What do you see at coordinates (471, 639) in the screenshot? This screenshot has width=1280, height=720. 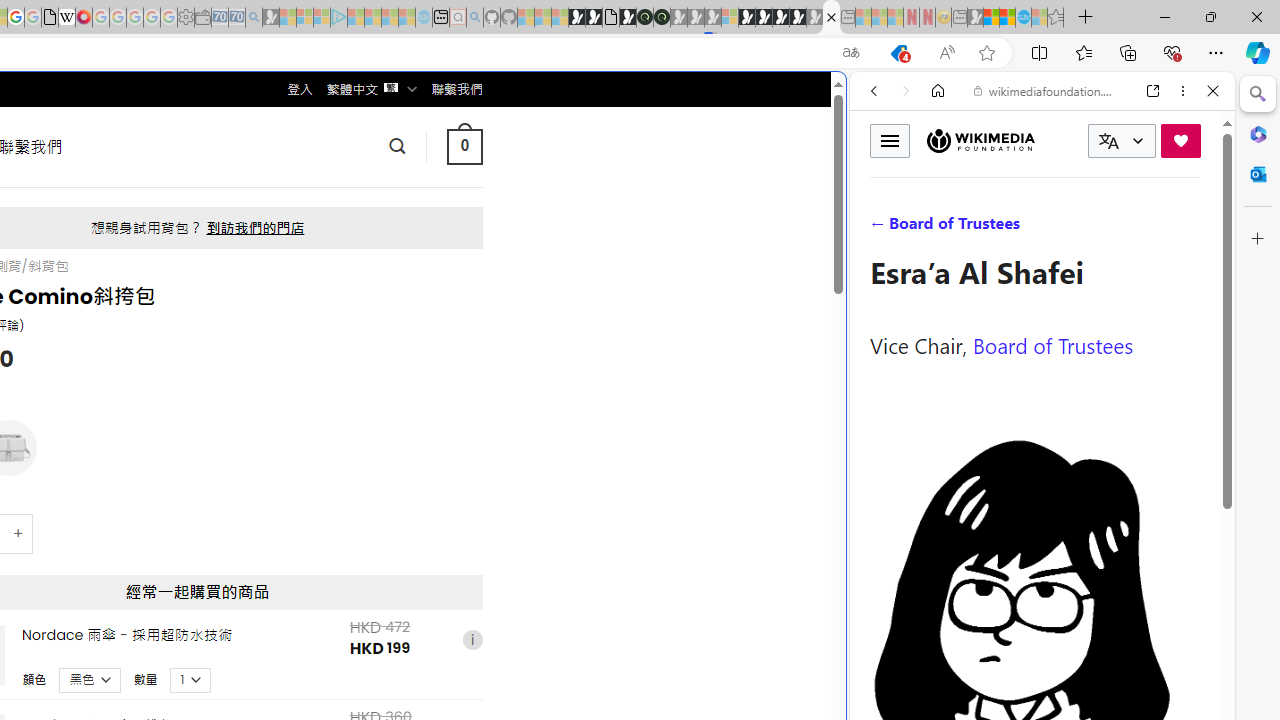 I see `'i'` at bounding box center [471, 639].